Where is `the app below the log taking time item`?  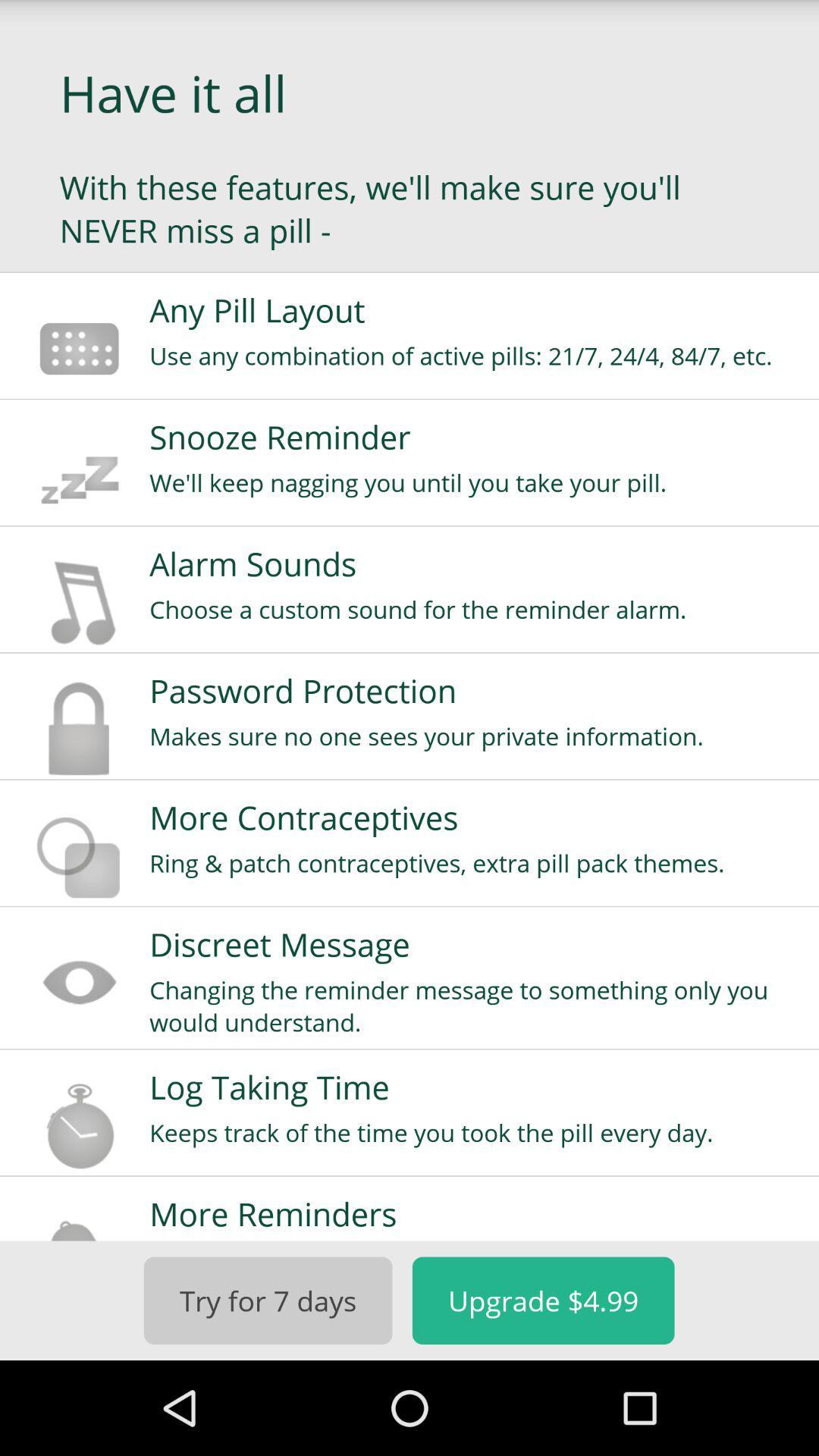 the app below the log taking time item is located at coordinates (473, 1132).